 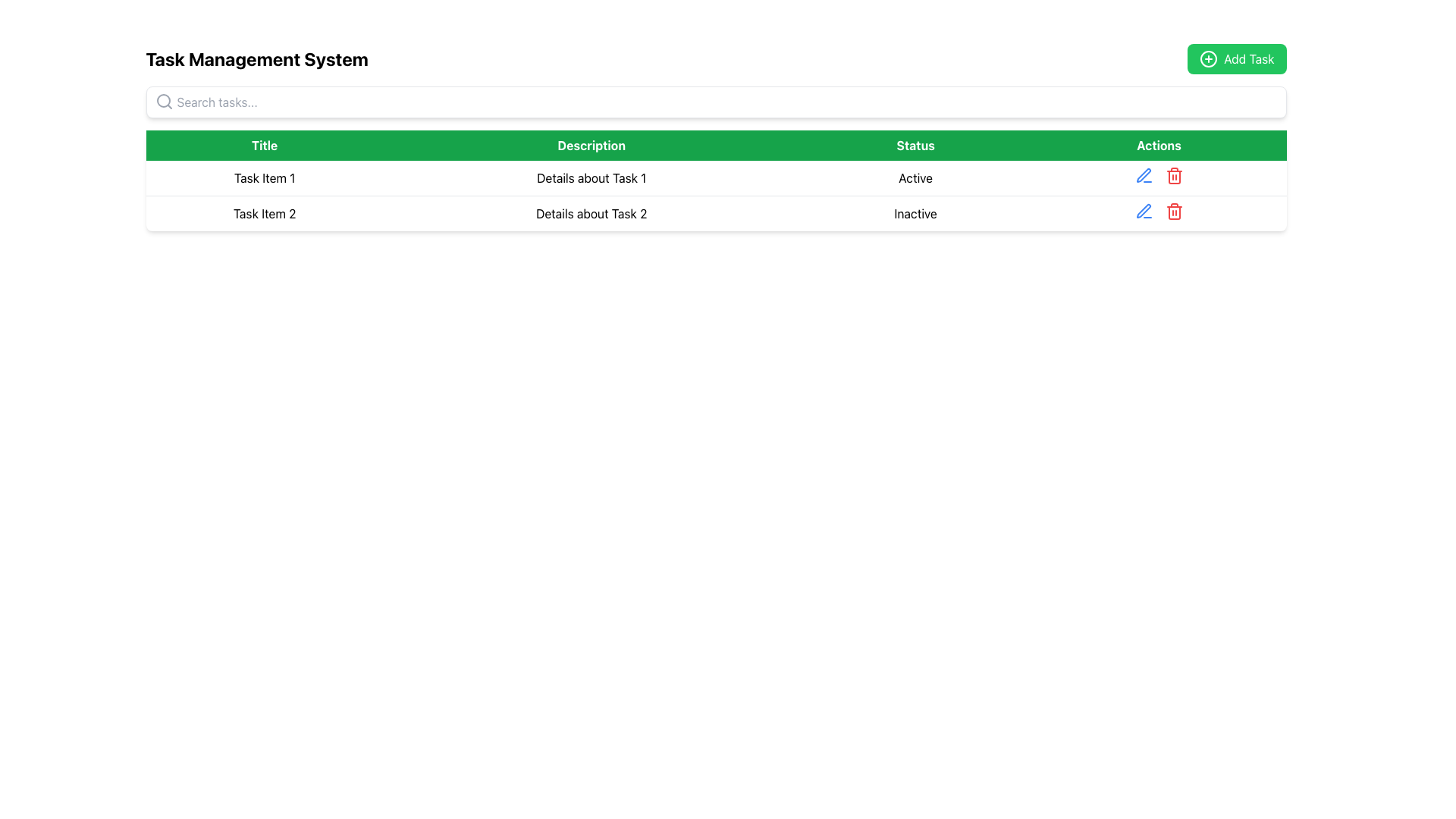 I want to click on the search lens icon, which is styled with a circular outline and a handle, located at the top-left corner of the search bar, so click(x=164, y=102).